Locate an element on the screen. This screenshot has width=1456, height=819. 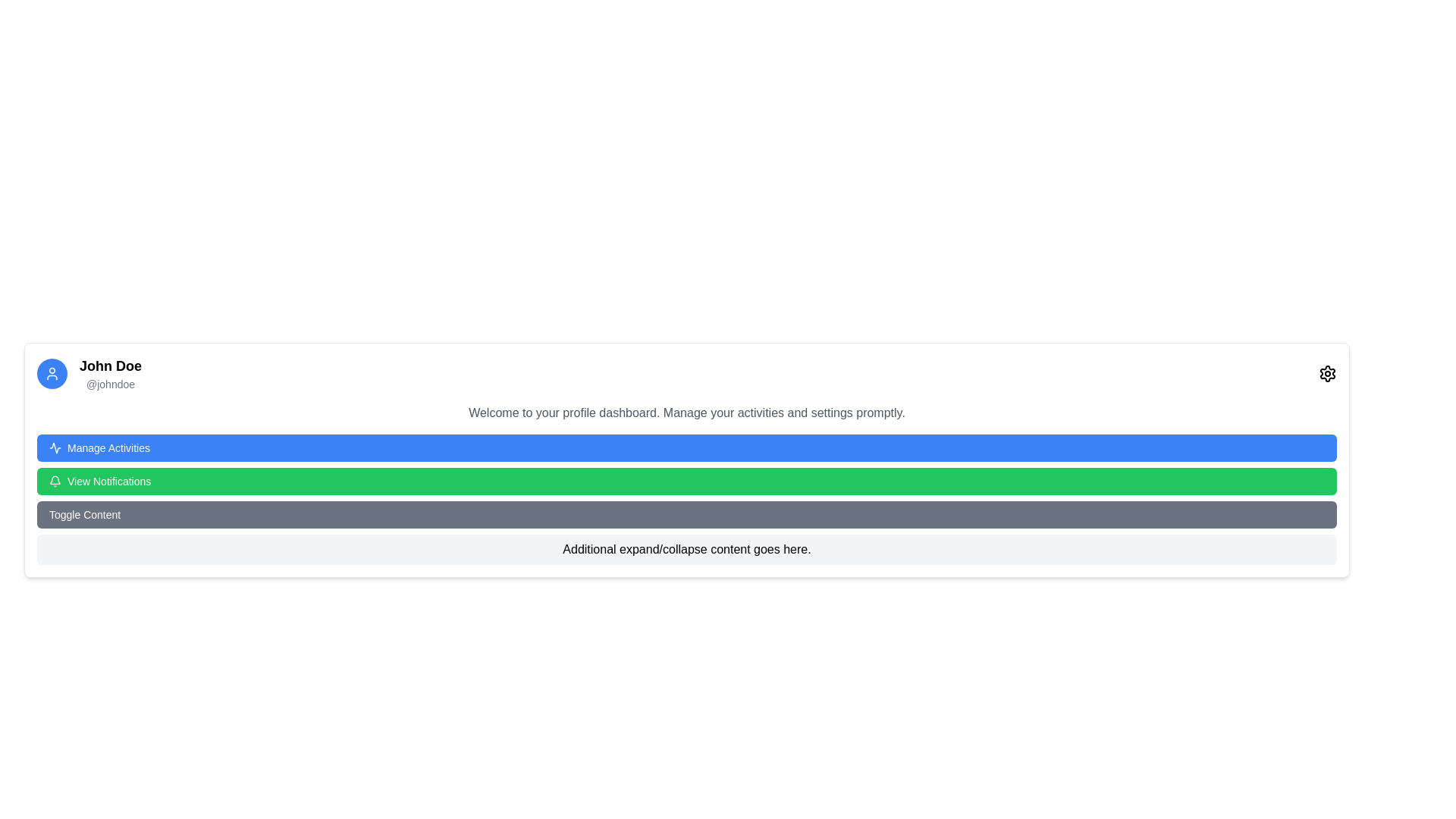
the minimalist activity waveform icon located to the left of the 'Manage Activities' text within the blue button in the top action area is located at coordinates (55, 447).